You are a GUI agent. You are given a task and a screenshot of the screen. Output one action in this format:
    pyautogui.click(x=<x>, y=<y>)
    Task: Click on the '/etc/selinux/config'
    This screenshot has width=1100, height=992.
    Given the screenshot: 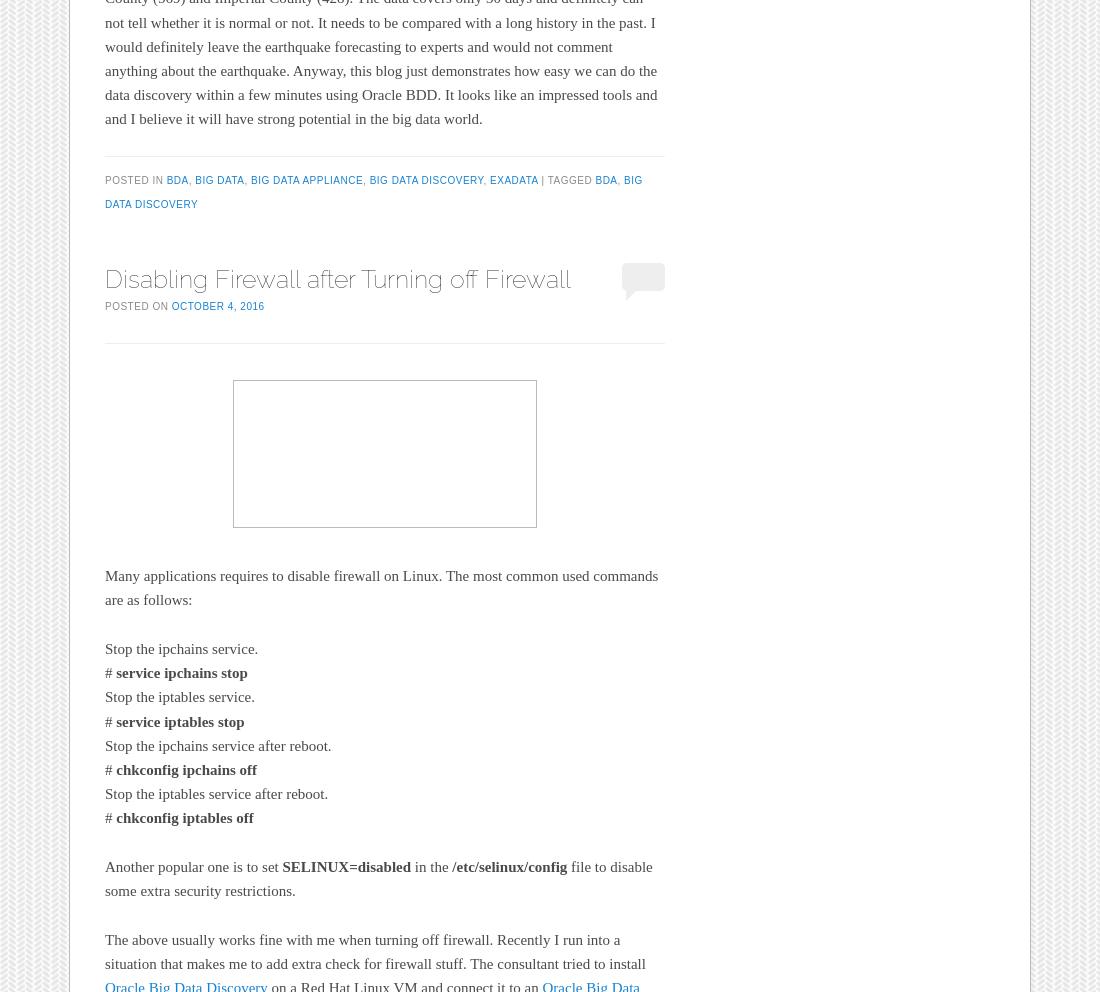 What is the action you would take?
    pyautogui.click(x=450, y=866)
    